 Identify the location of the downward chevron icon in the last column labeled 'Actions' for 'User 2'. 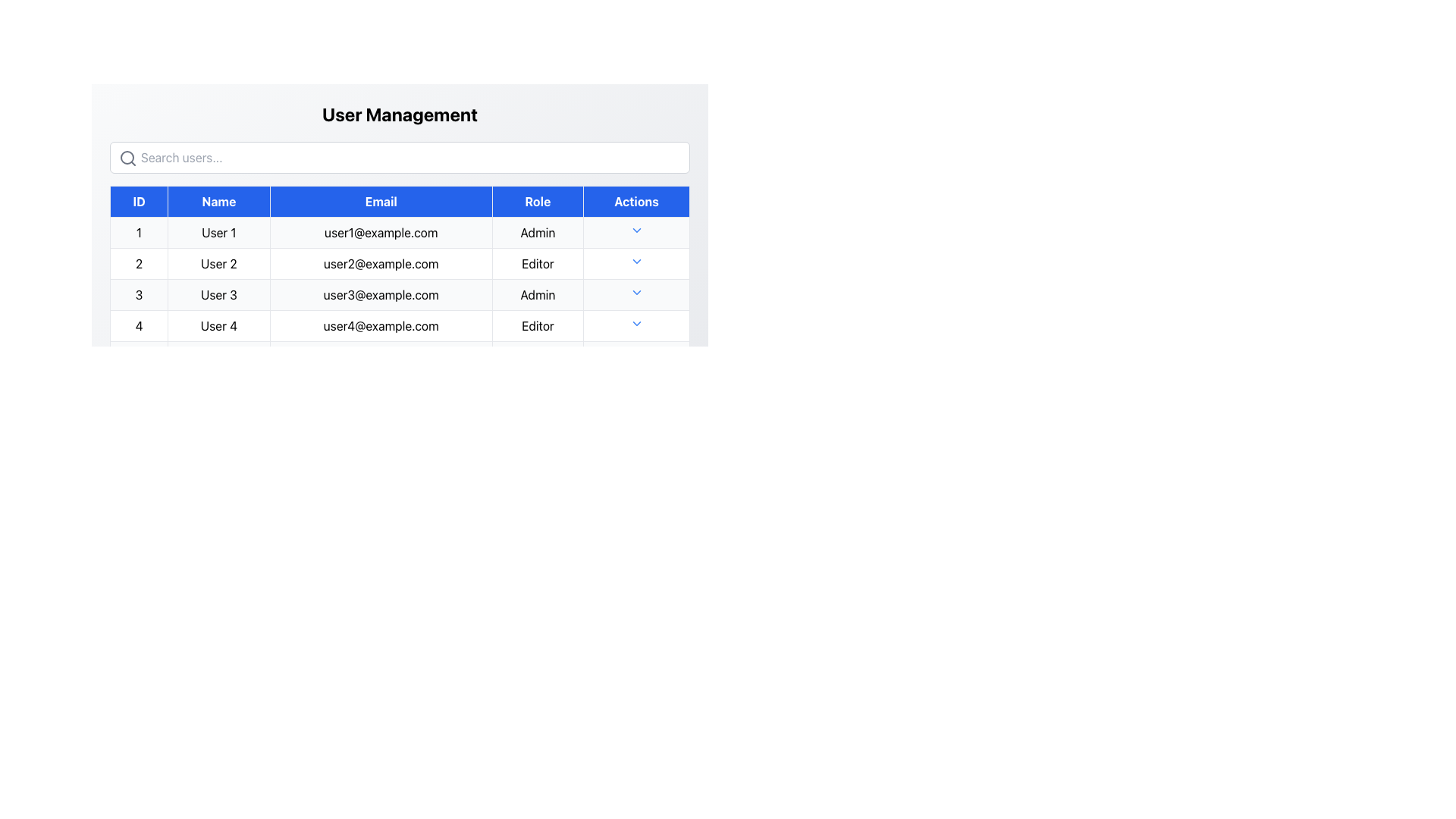
(636, 262).